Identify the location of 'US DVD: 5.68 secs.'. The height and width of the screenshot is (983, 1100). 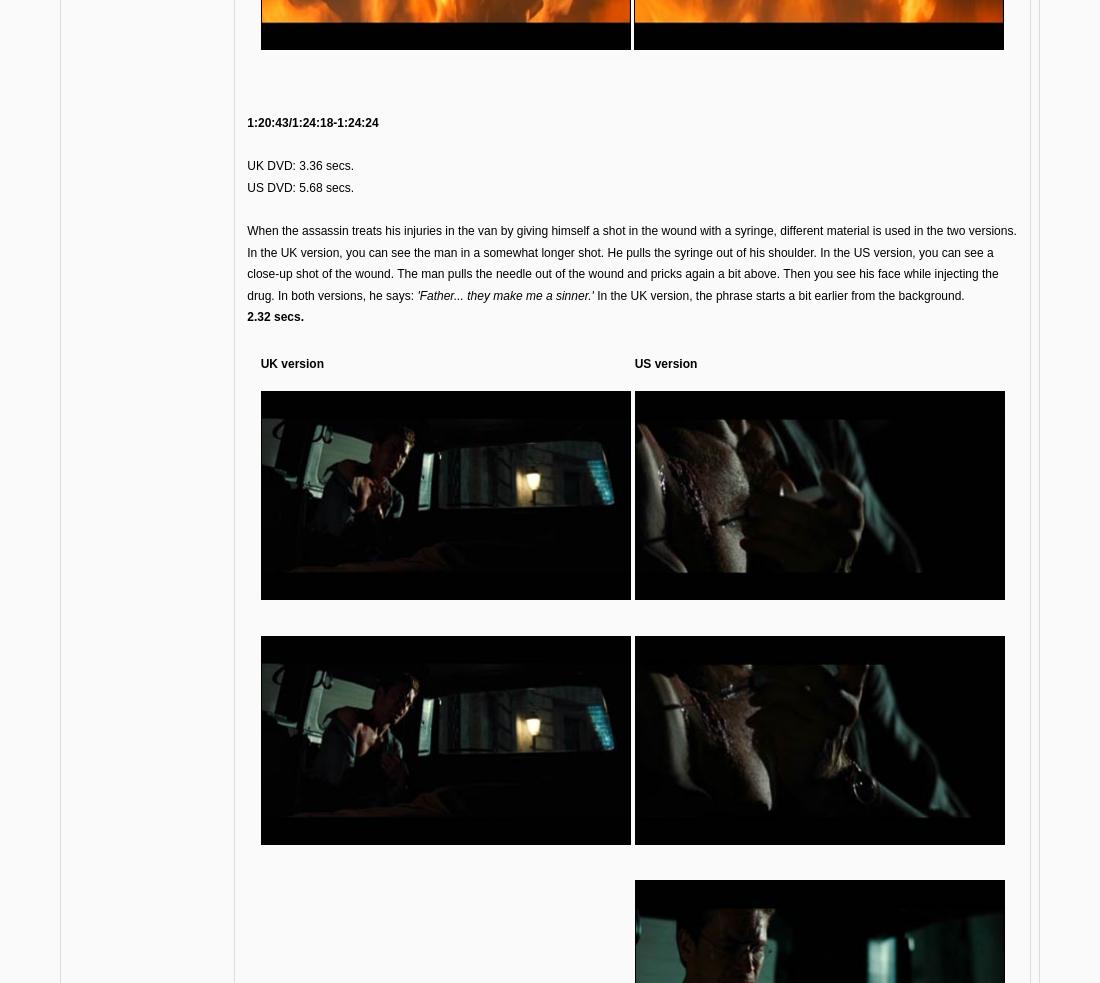
(299, 186).